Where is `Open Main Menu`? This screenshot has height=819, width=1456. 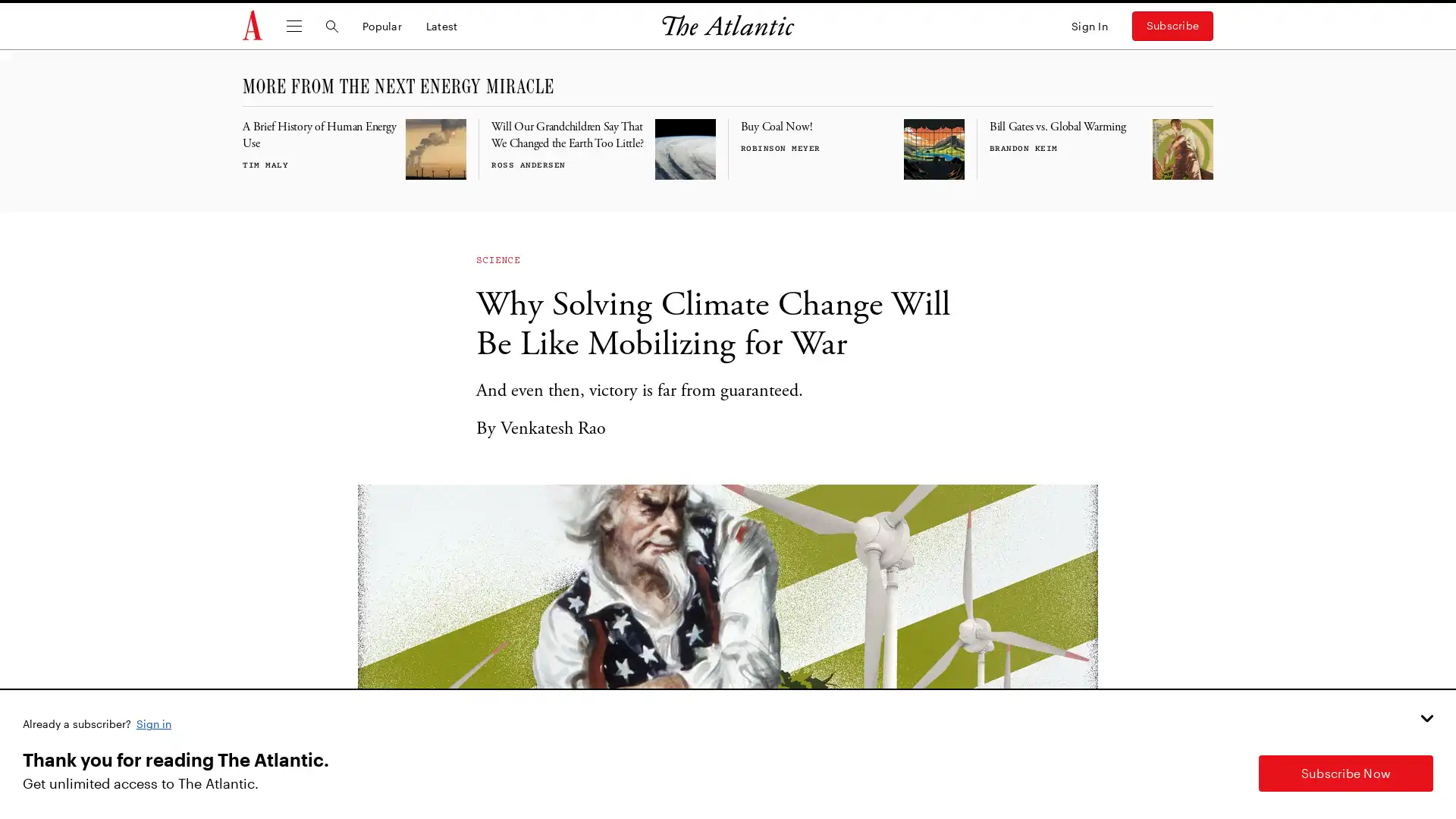
Open Main Menu is located at coordinates (294, 26).